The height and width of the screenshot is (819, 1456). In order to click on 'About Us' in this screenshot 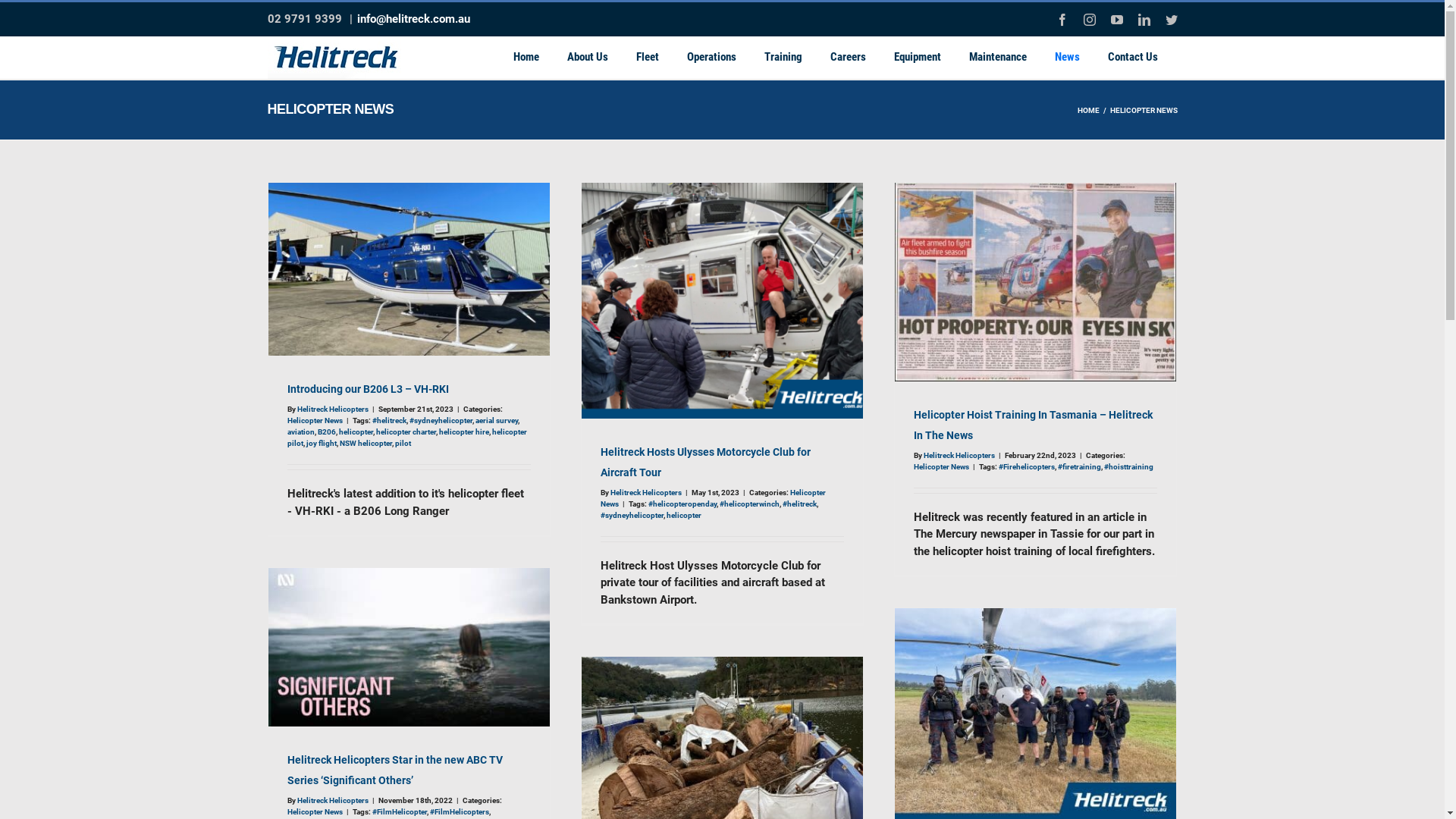, I will do `click(585, 56)`.